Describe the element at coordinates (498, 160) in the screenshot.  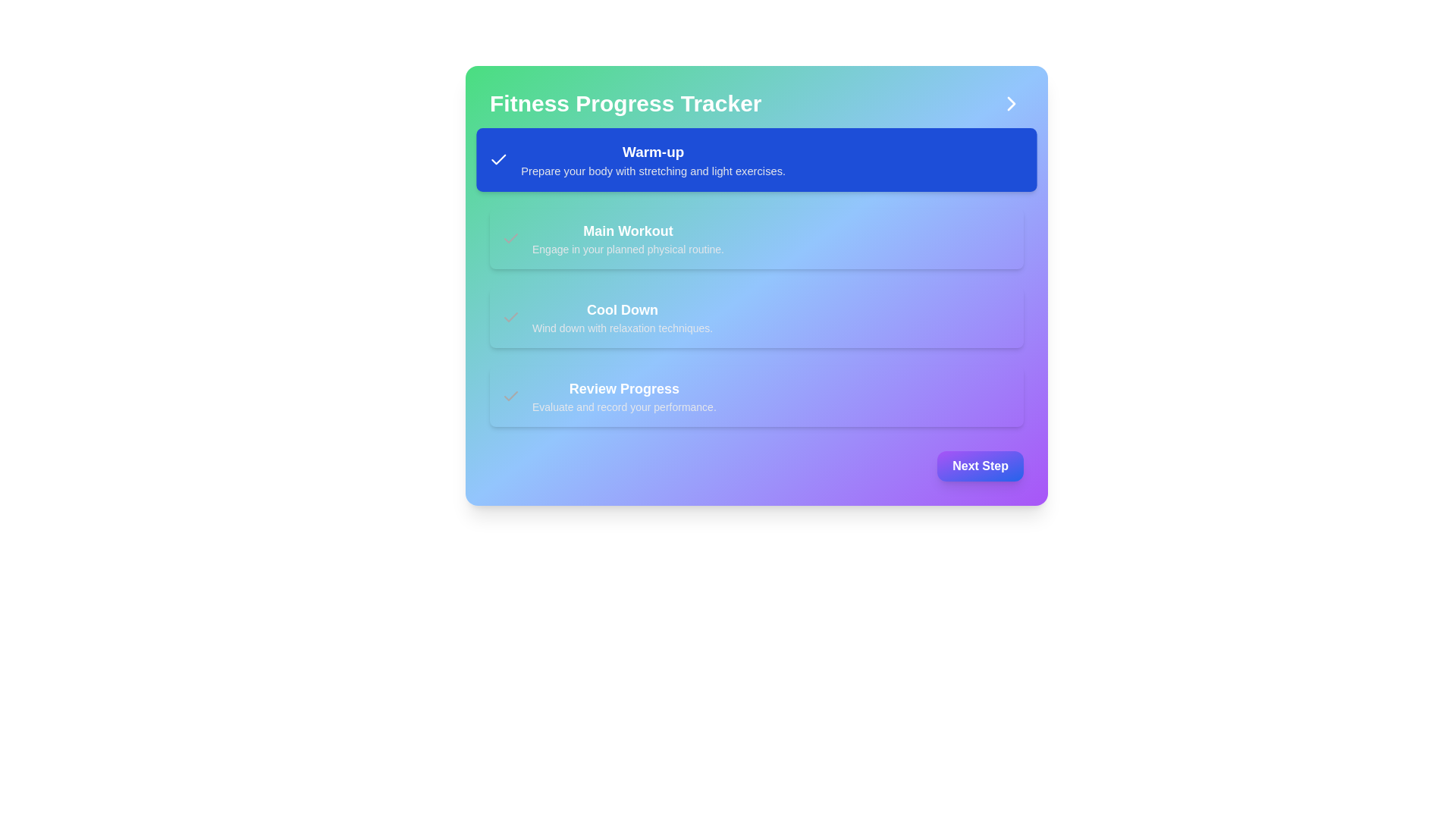
I see `the completion checkmark icon indicating the 'Warm-up' activity in the fitness progress tracker, located to the left of the text 'Warm-up' within the blue section` at that location.